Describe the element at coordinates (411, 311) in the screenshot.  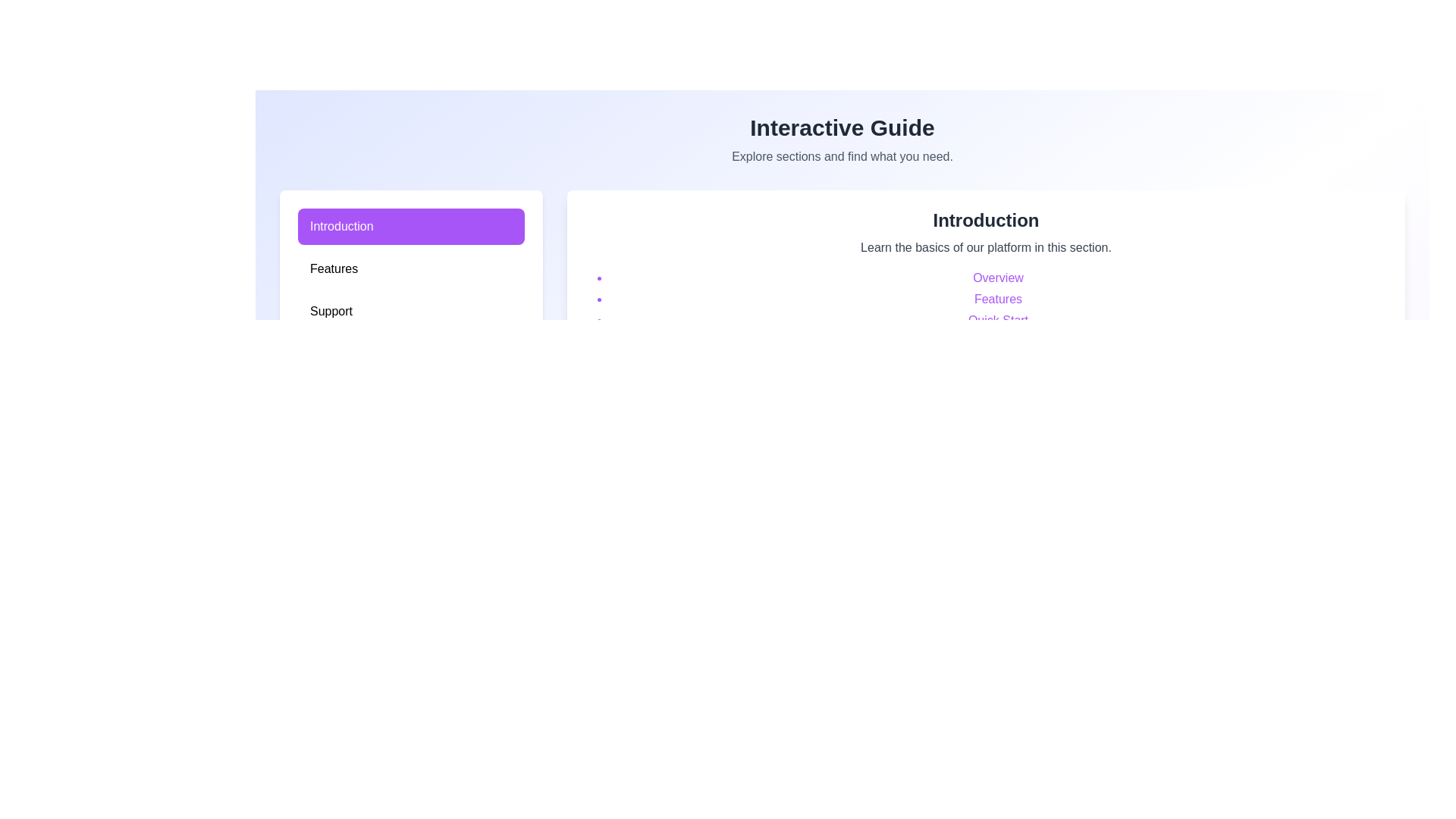
I see `the third button in the vertical stack, located below the 'Features' button` at that location.